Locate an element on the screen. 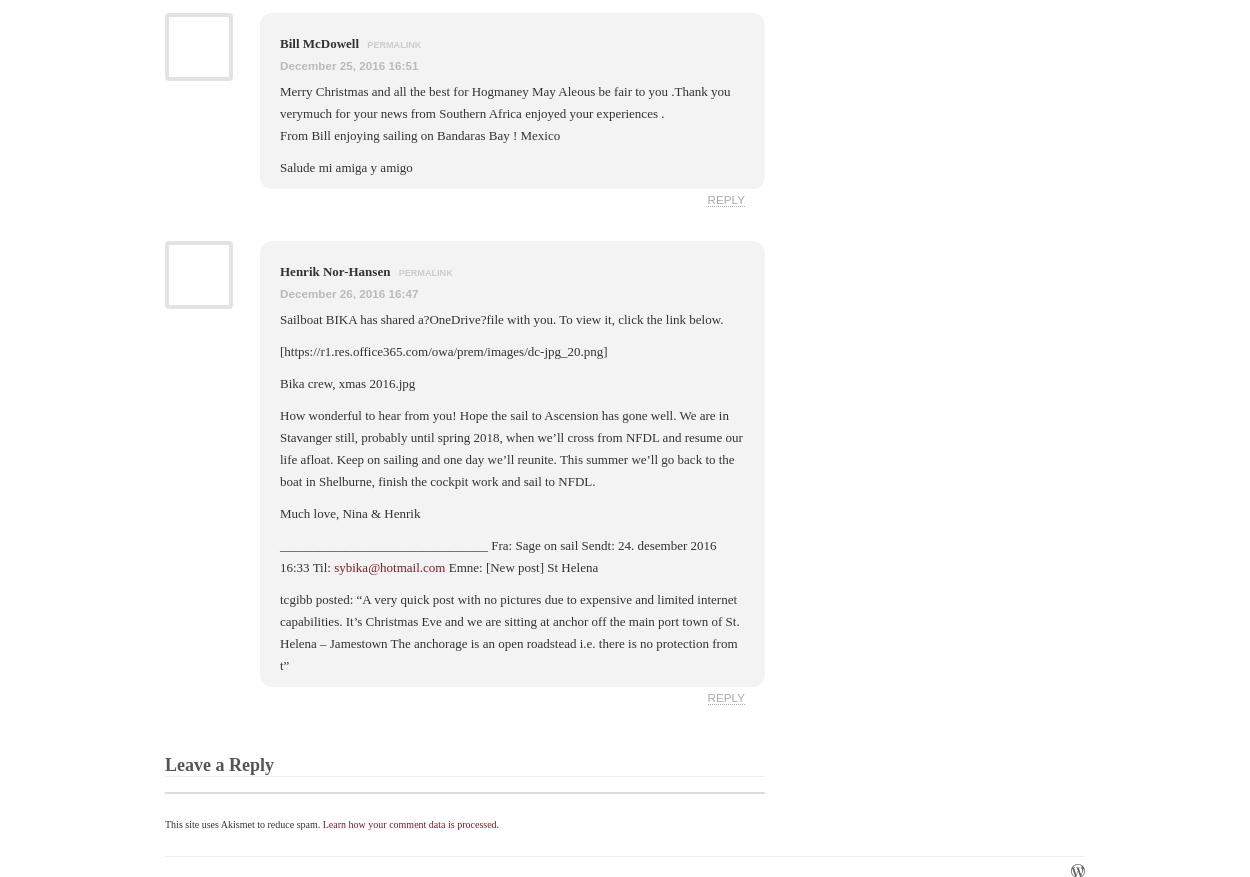  'Bill McDowell' is located at coordinates (280, 42).